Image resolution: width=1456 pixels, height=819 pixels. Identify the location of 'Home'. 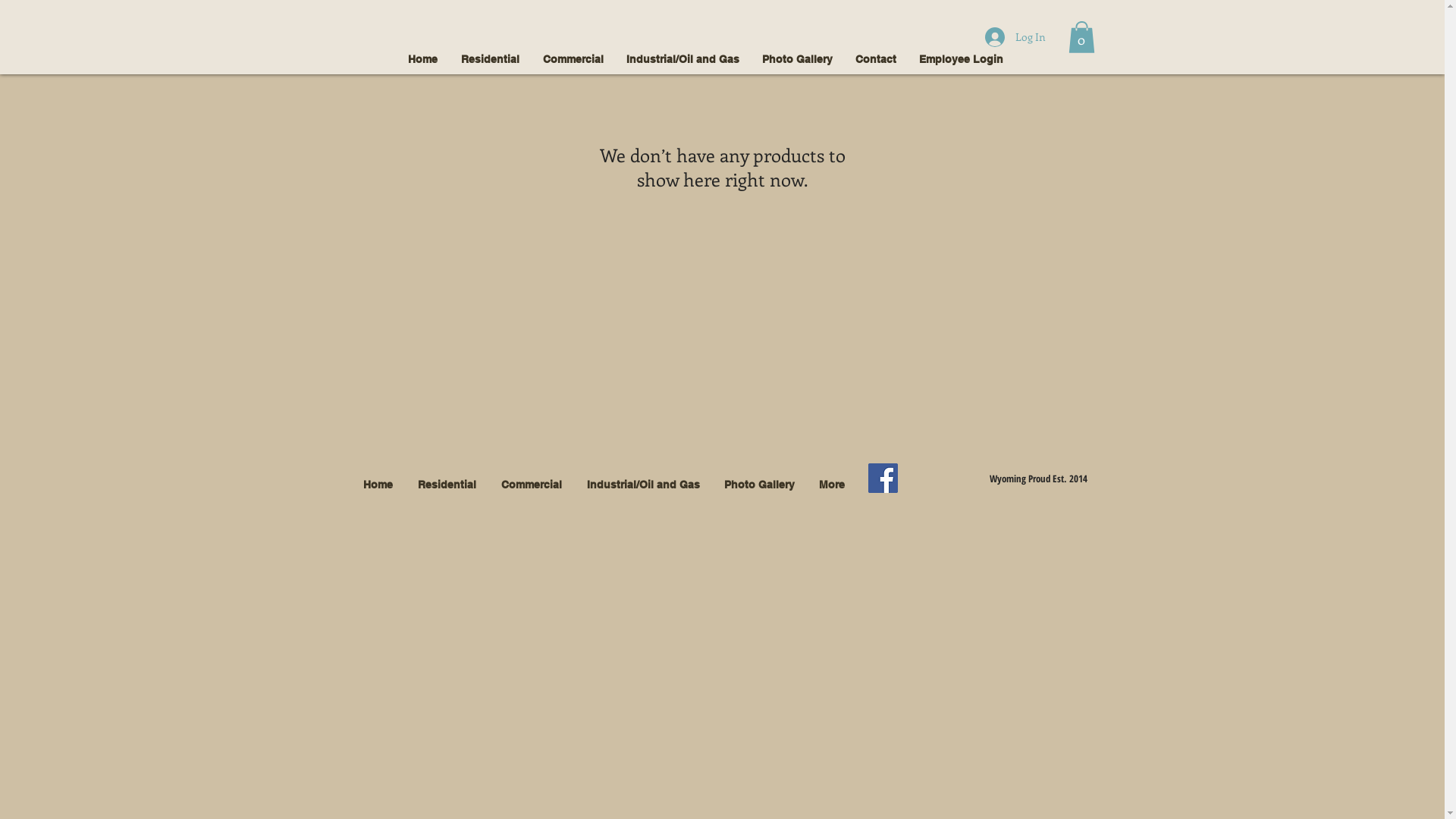
(378, 485).